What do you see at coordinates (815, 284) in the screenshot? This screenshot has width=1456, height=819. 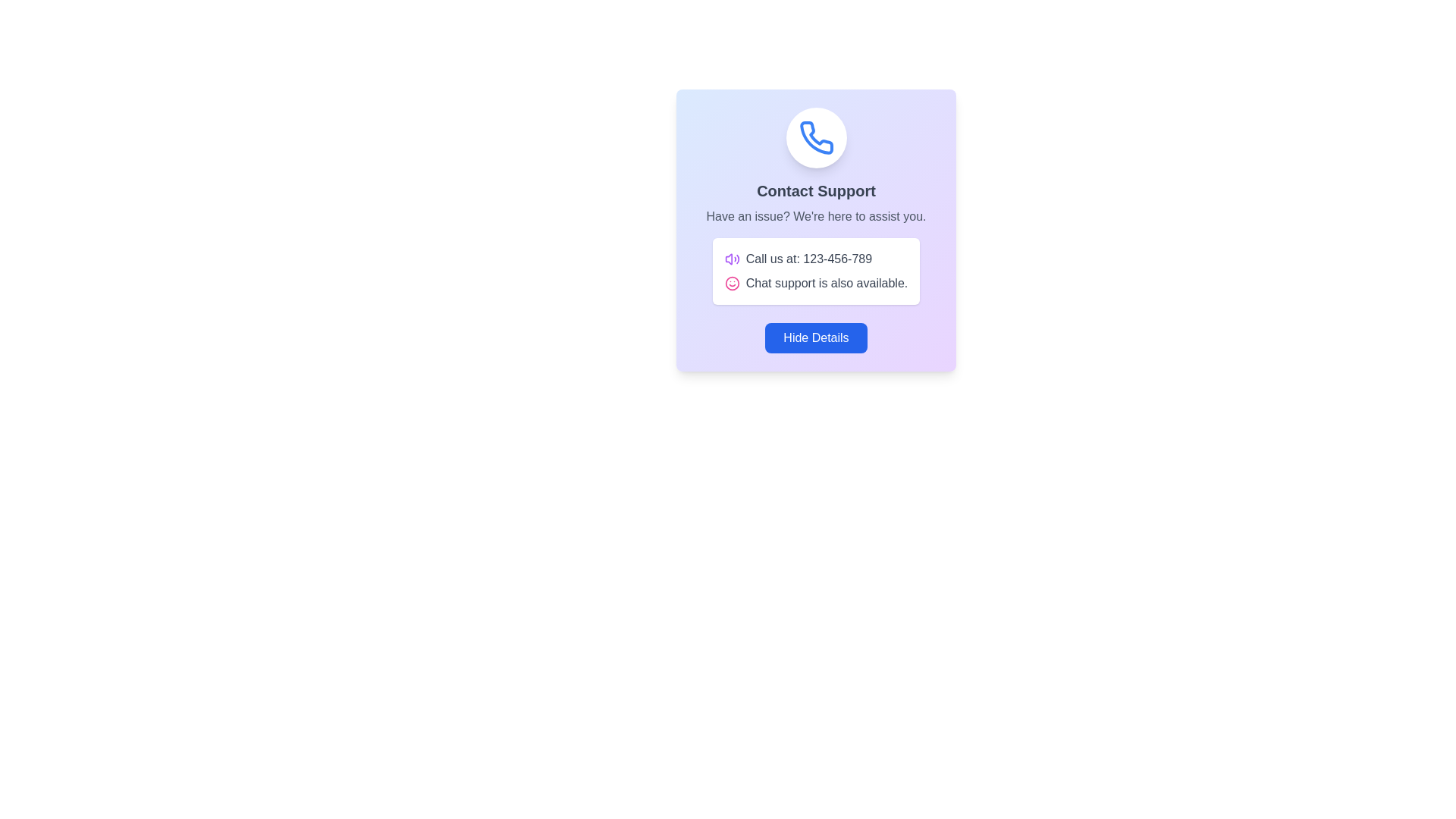 I see `the text block with an accompanying icon that indicates chat support availability, located below the 'Call us at: 123-456-789' text inside a white box with rounded corners` at bounding box center [815, 284].